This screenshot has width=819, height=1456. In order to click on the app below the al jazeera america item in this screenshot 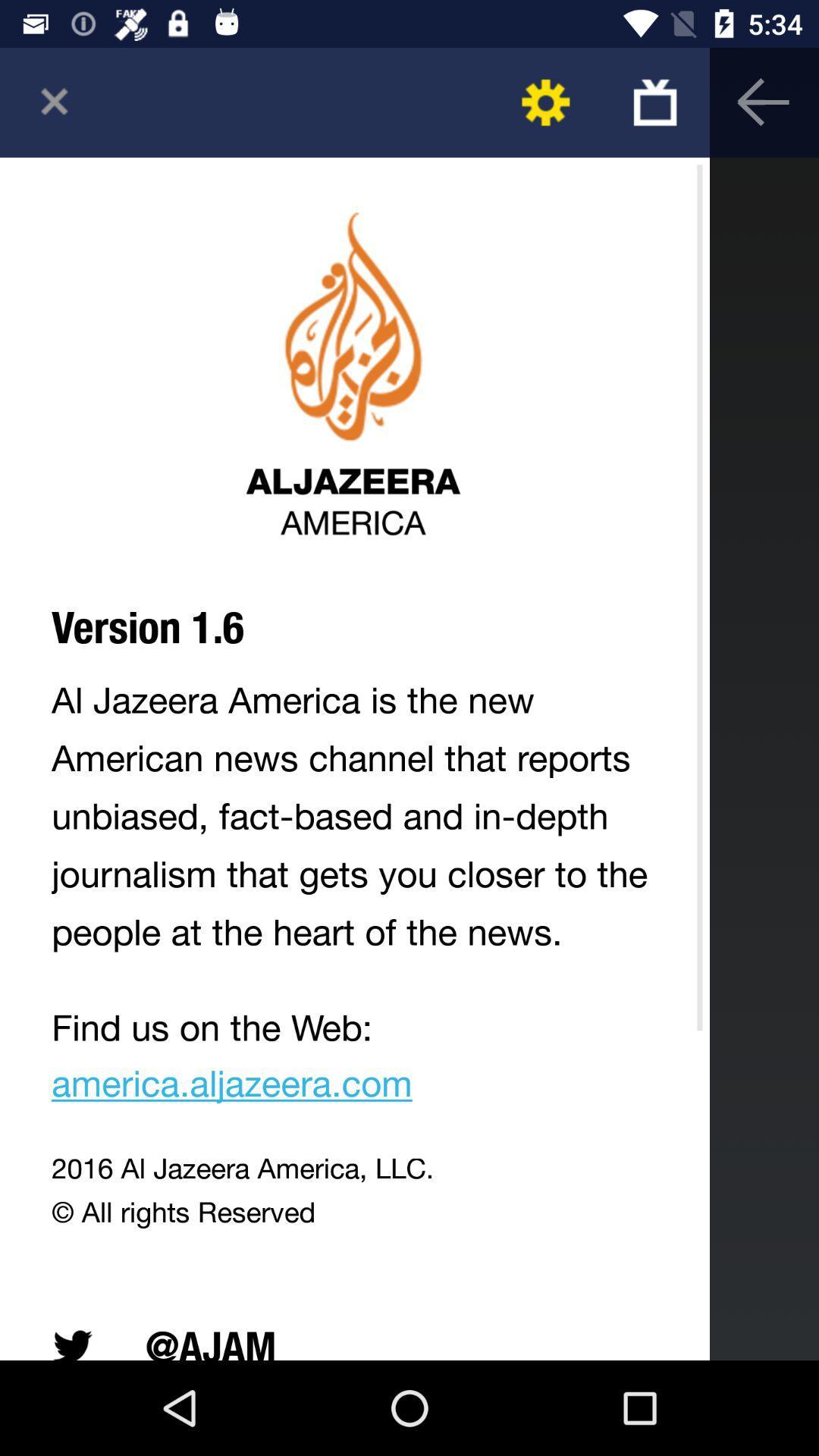, I will do `click(354, 1060)`.